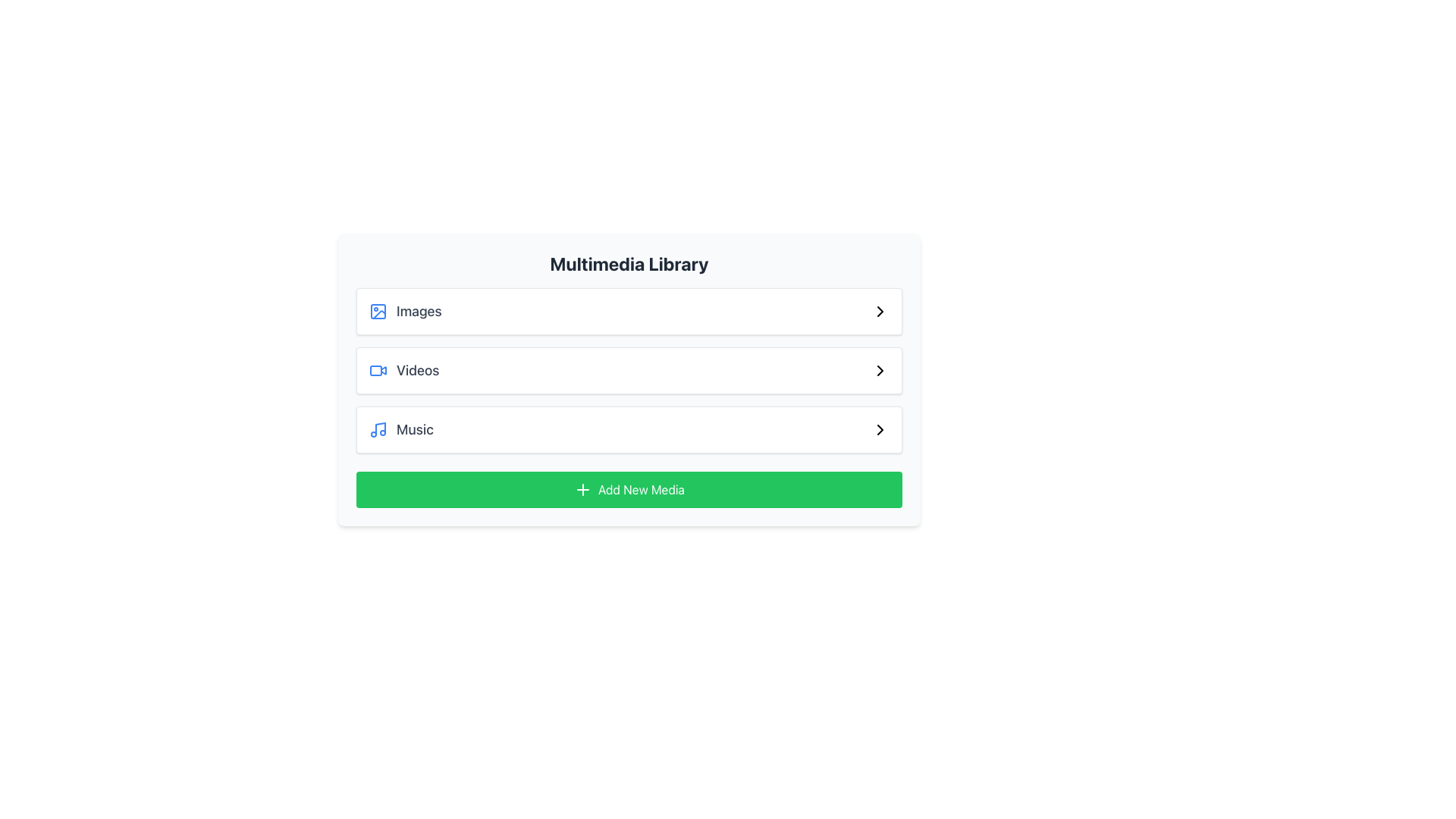 The height and width of the screenshot is (819, 1456). Describe the element at coordinates (629, 262) in the screenshot. I see `the Text Label indicating 'Multimedia Library', which serves as the title for the content section` at that location.